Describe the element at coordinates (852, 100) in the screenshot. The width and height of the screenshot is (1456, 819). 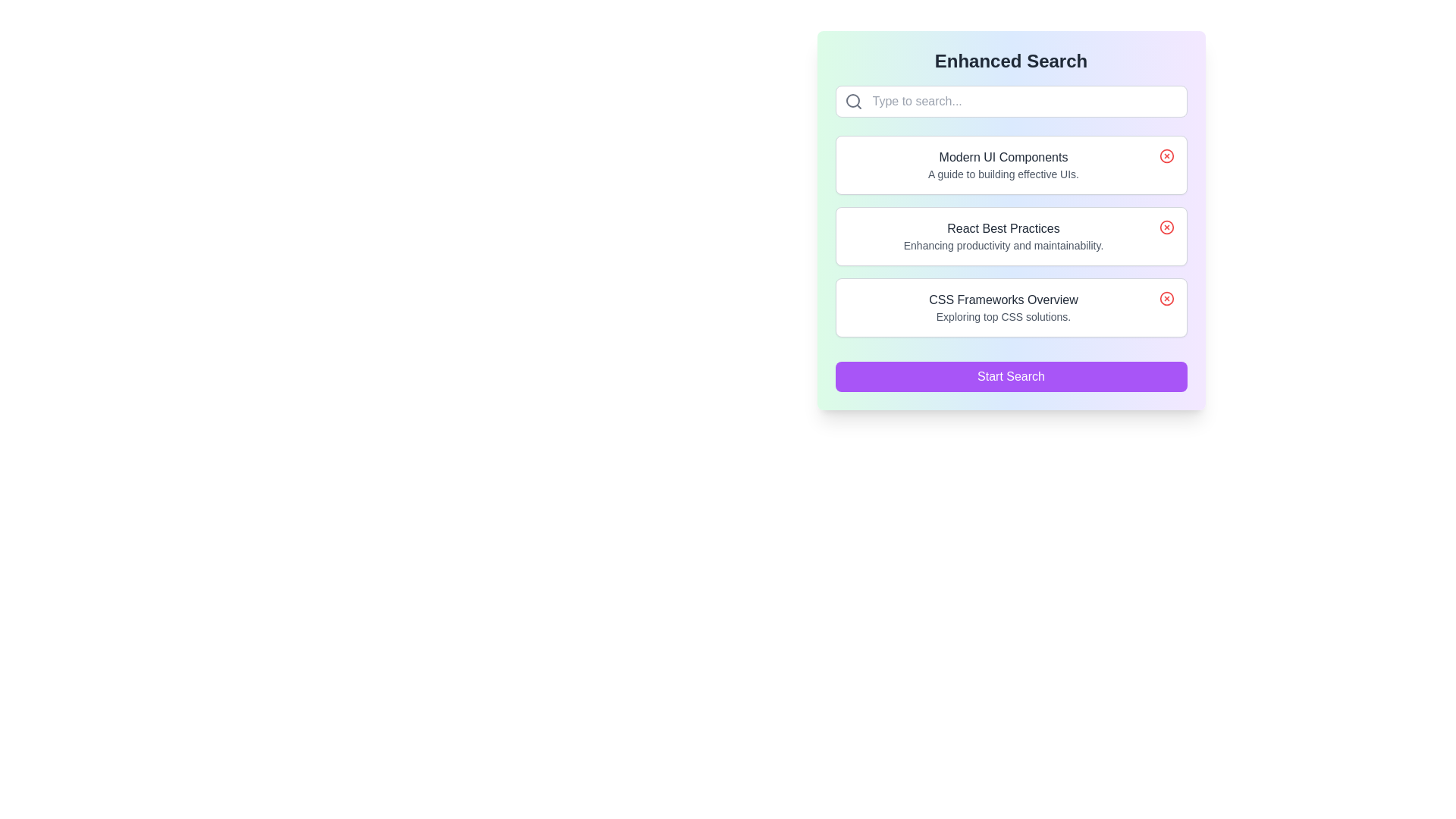
I see `the small circular shape that is part of a search icon, located to the left of the search input field at the top of the user interface` at that location.